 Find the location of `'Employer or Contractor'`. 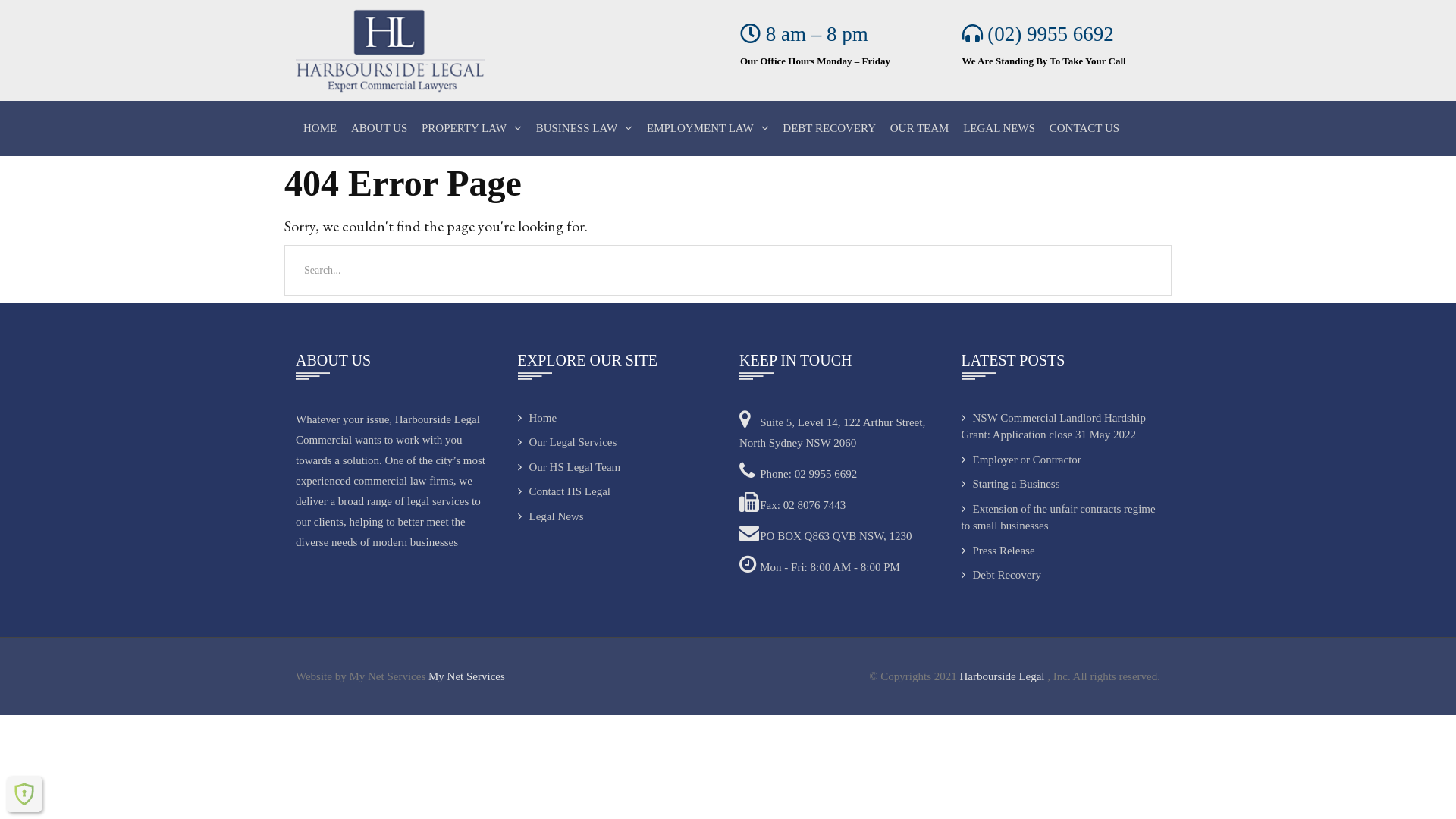

'Employer or Contractor' is located at coordinates (1021, 458).